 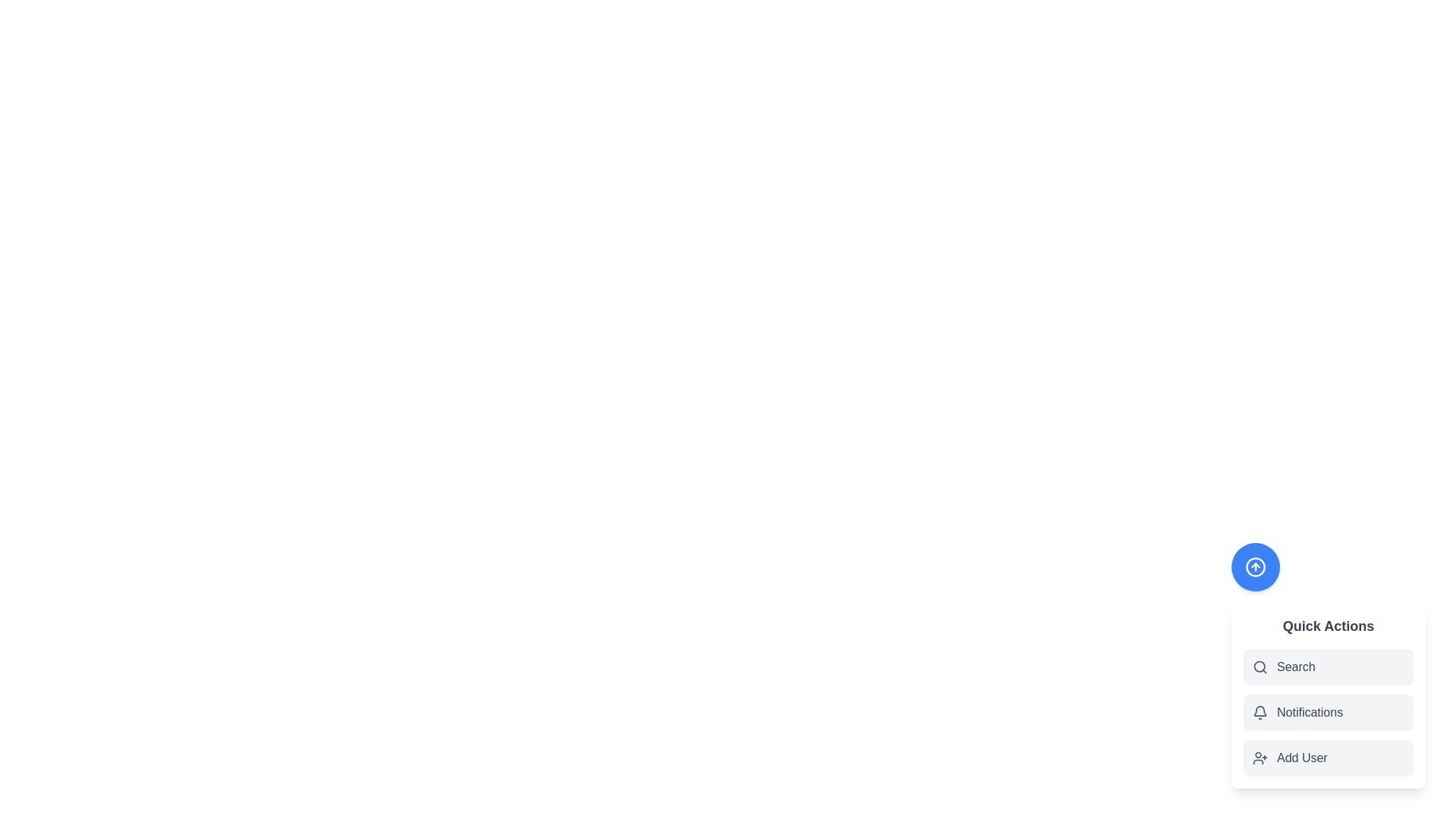 I want to click on the circular SVG graphic element that resembles an upward-pointing arrow, located at the center of the circular button in the far bottom-right corner adjacent to the 'Quick Actions' panel, so click(x=1256, y=567).